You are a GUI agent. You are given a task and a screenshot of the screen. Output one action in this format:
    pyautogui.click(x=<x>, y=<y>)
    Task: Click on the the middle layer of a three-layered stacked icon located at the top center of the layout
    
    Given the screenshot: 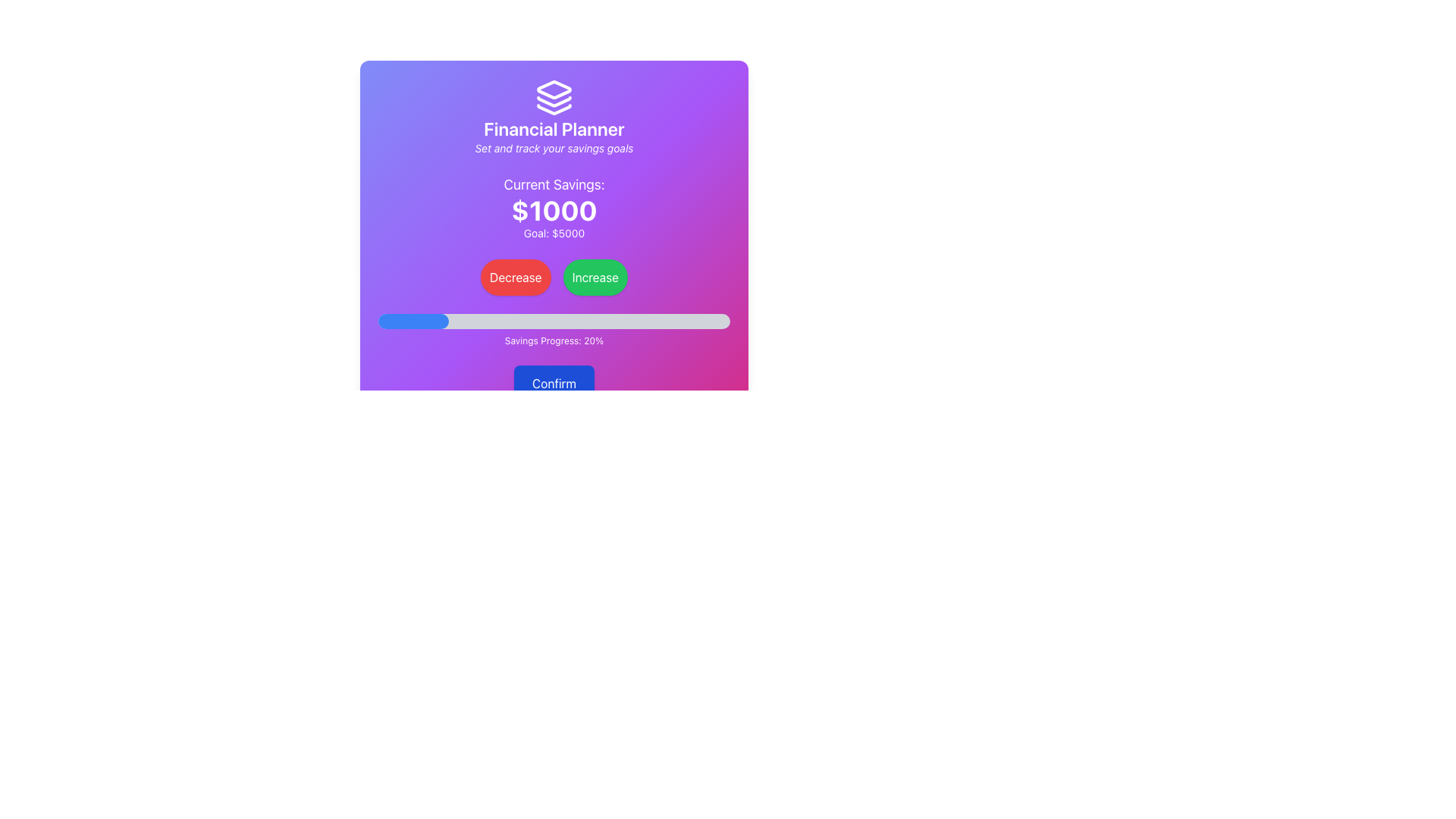 What is the action you would take?
    pyautogui.click(x=553, y=102)
    